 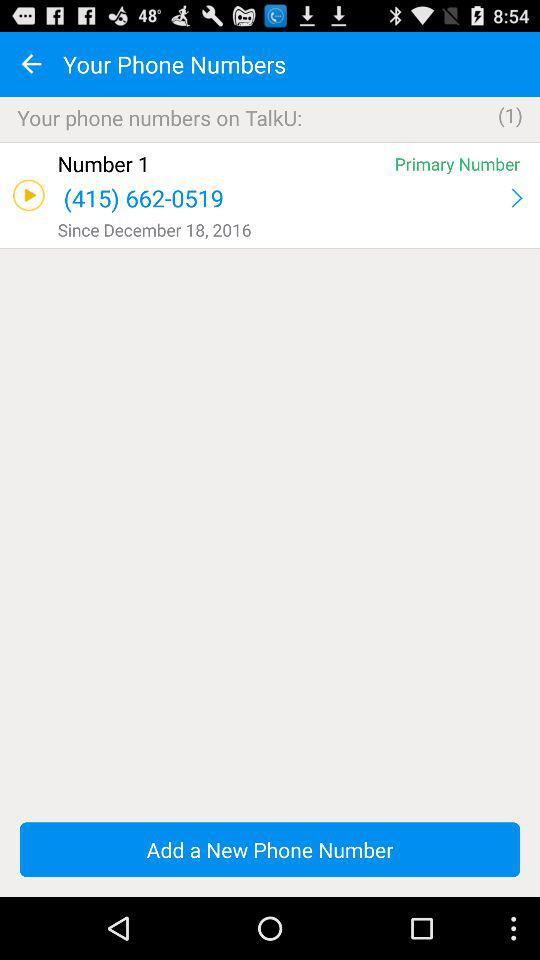 I want to click on the app next to the primary number, so click(x=221, y=162).